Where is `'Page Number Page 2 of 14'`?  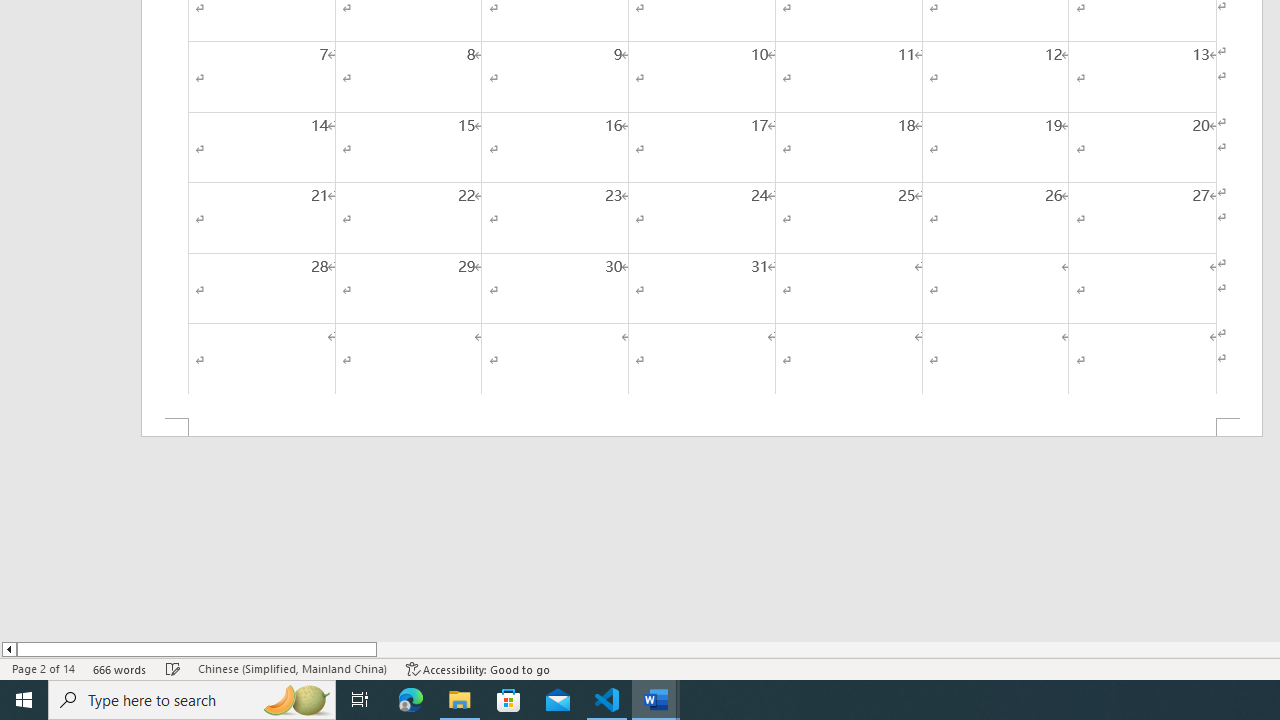
'Page Number Page 2 of 14' is located at coordinates (43, 669).